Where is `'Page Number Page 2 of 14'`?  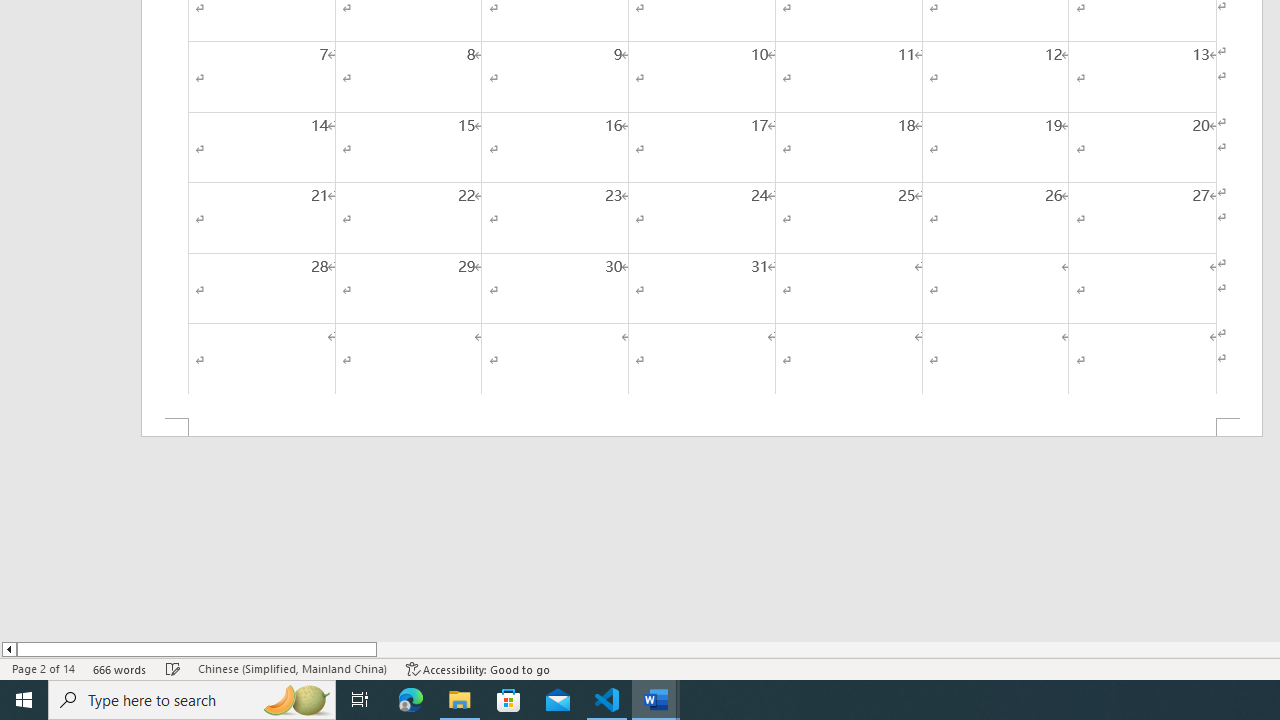
'Page Number Page 2 of 14' is located at coordinates (43, 669).